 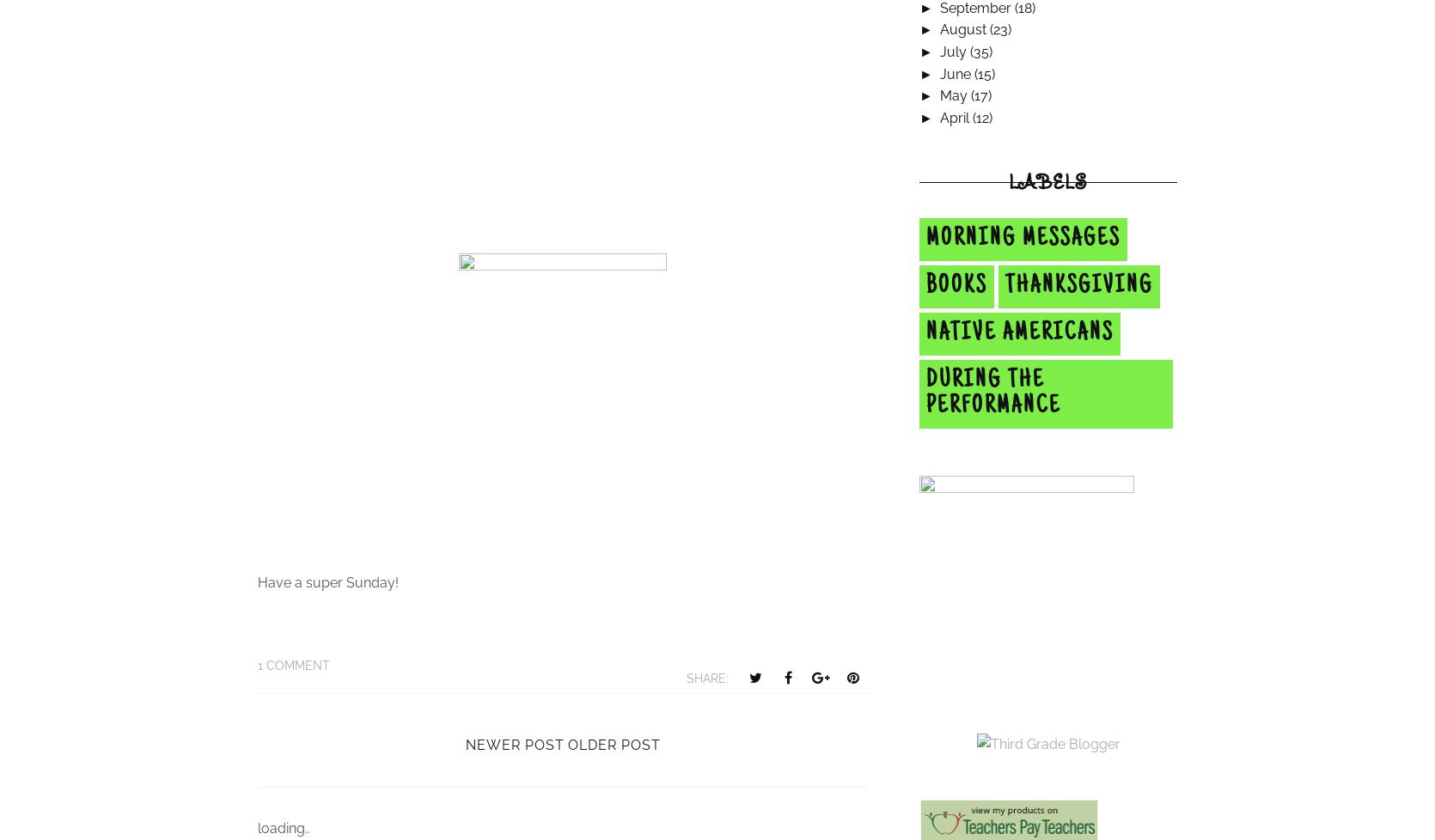 What do you see at coordinates (982, 73) in the screenshot?
I see `'(15)'` at bounding box center [982, 73].